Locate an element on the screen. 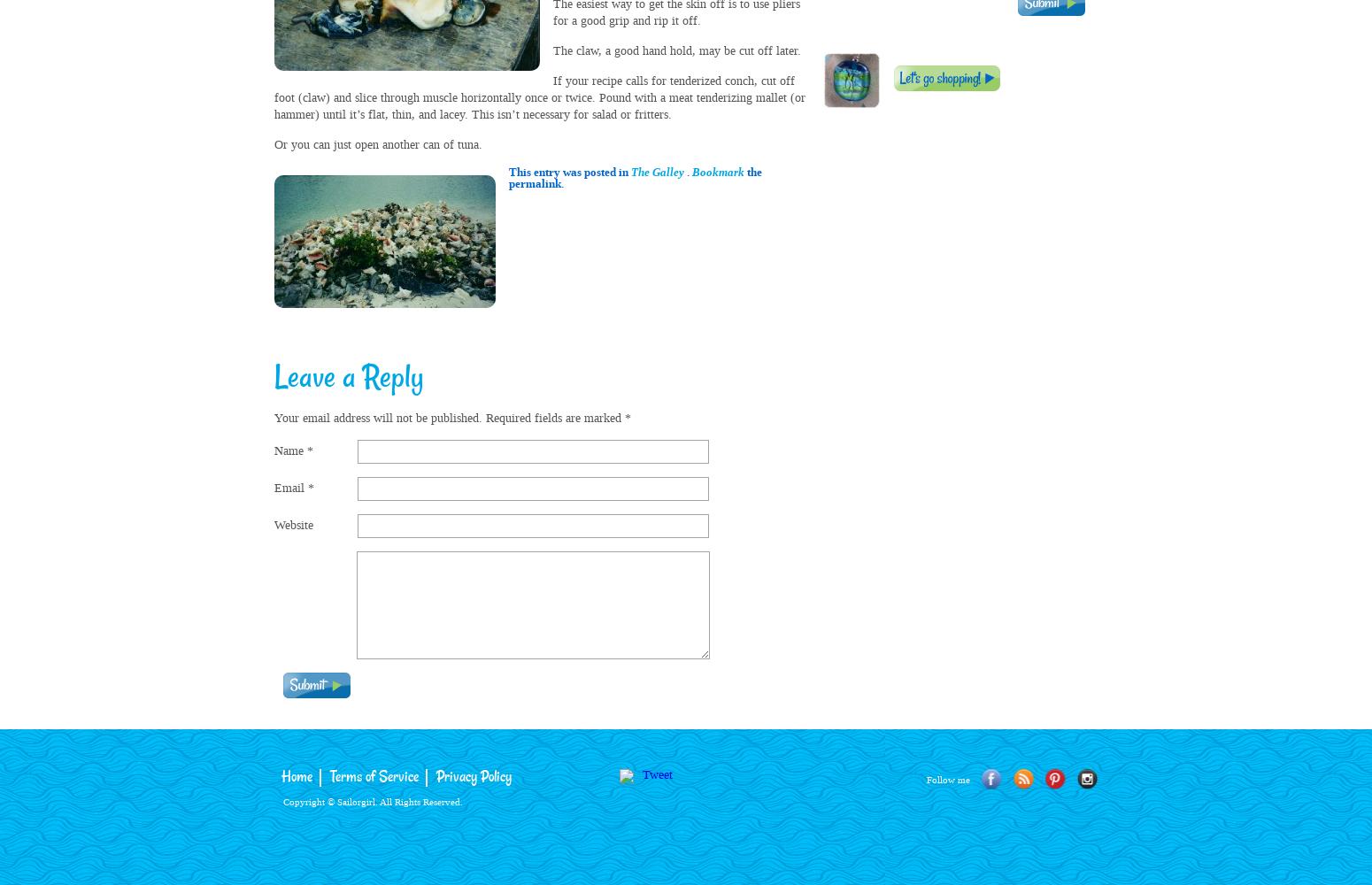  '.' is located at coordinates (687, 171).